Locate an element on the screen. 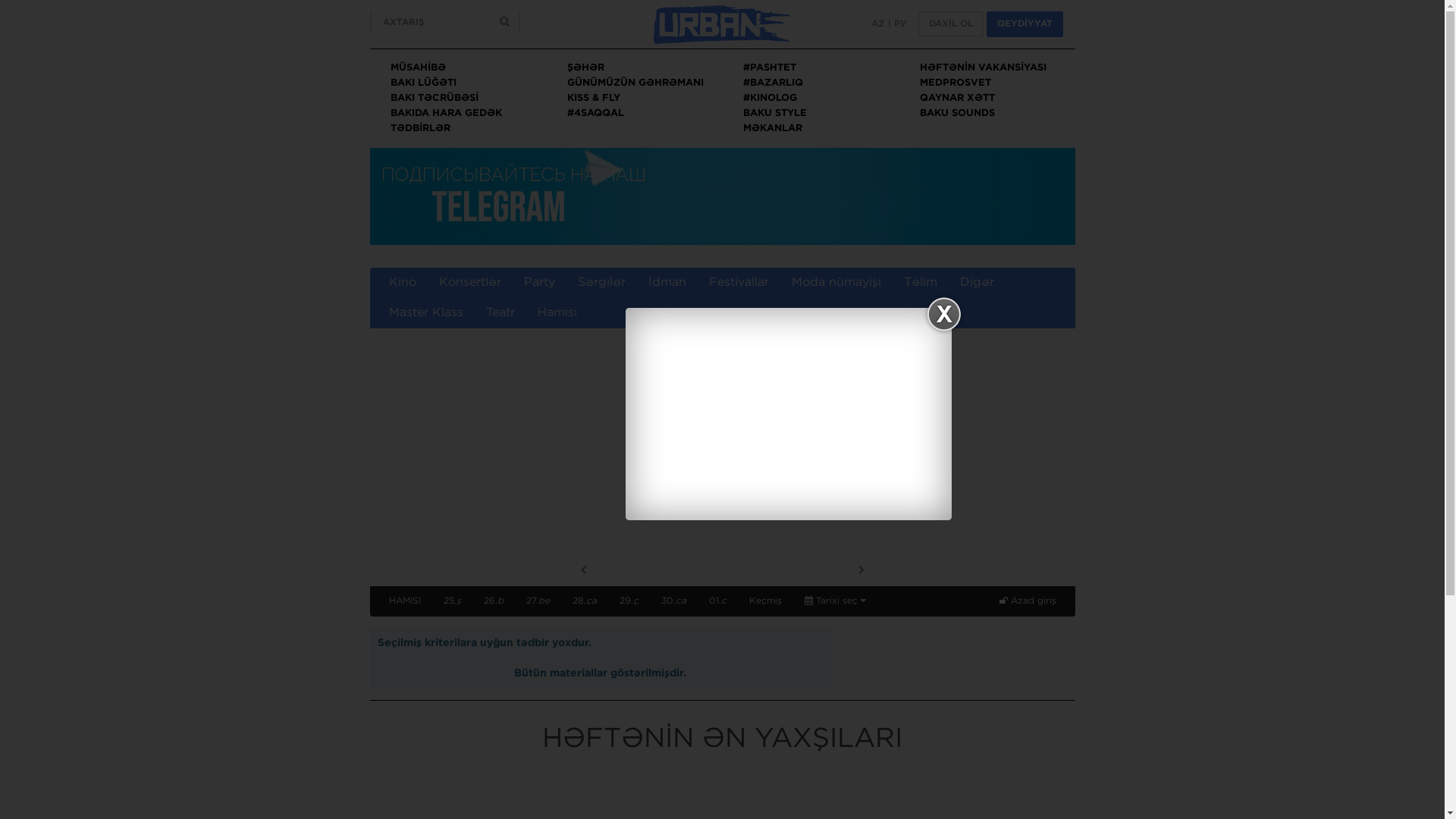  'Party' is located at coordinates (539, 283).